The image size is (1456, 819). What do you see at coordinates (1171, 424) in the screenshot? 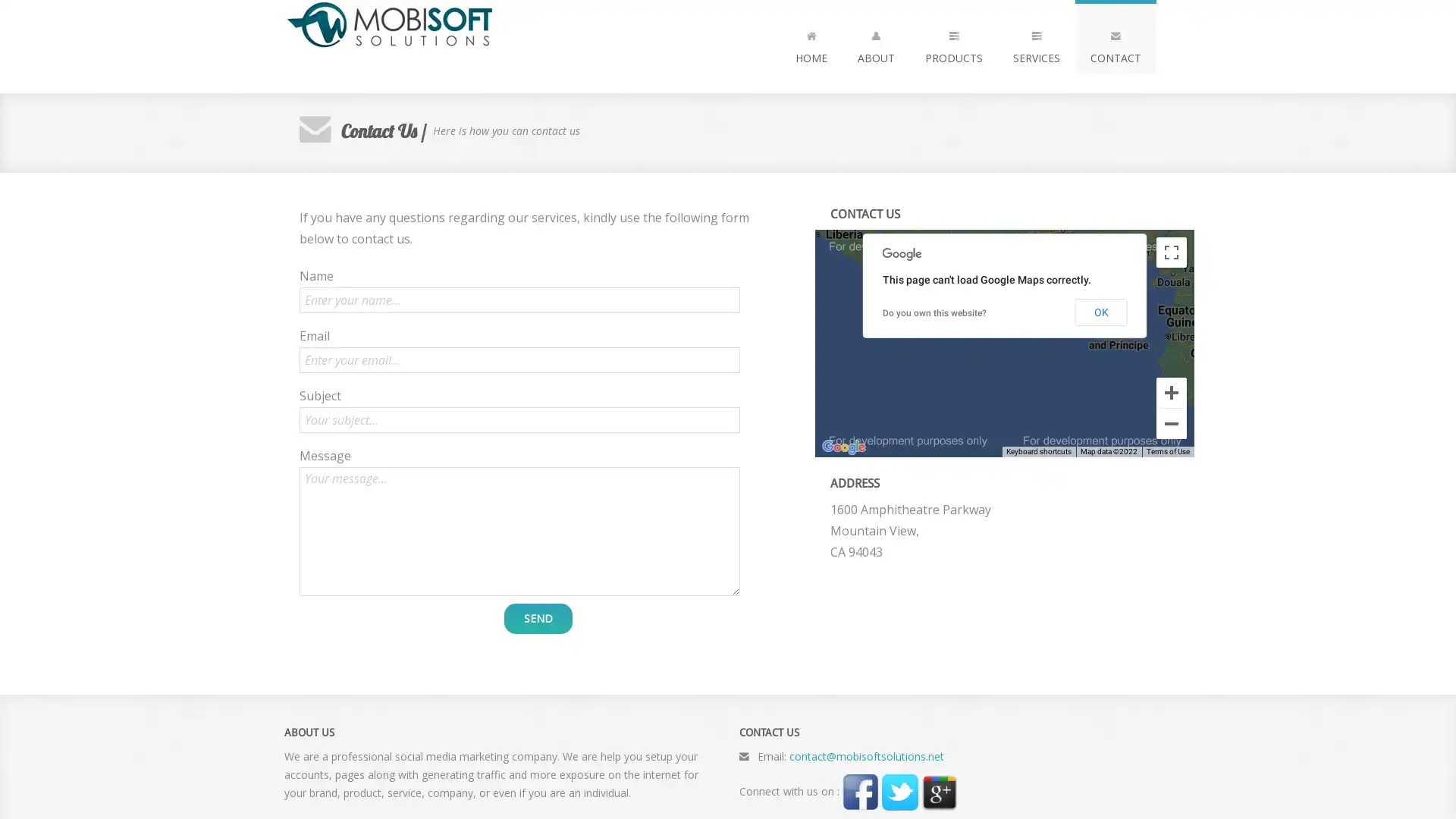
I see `Zoom out` at bounding box center [1171, 424].